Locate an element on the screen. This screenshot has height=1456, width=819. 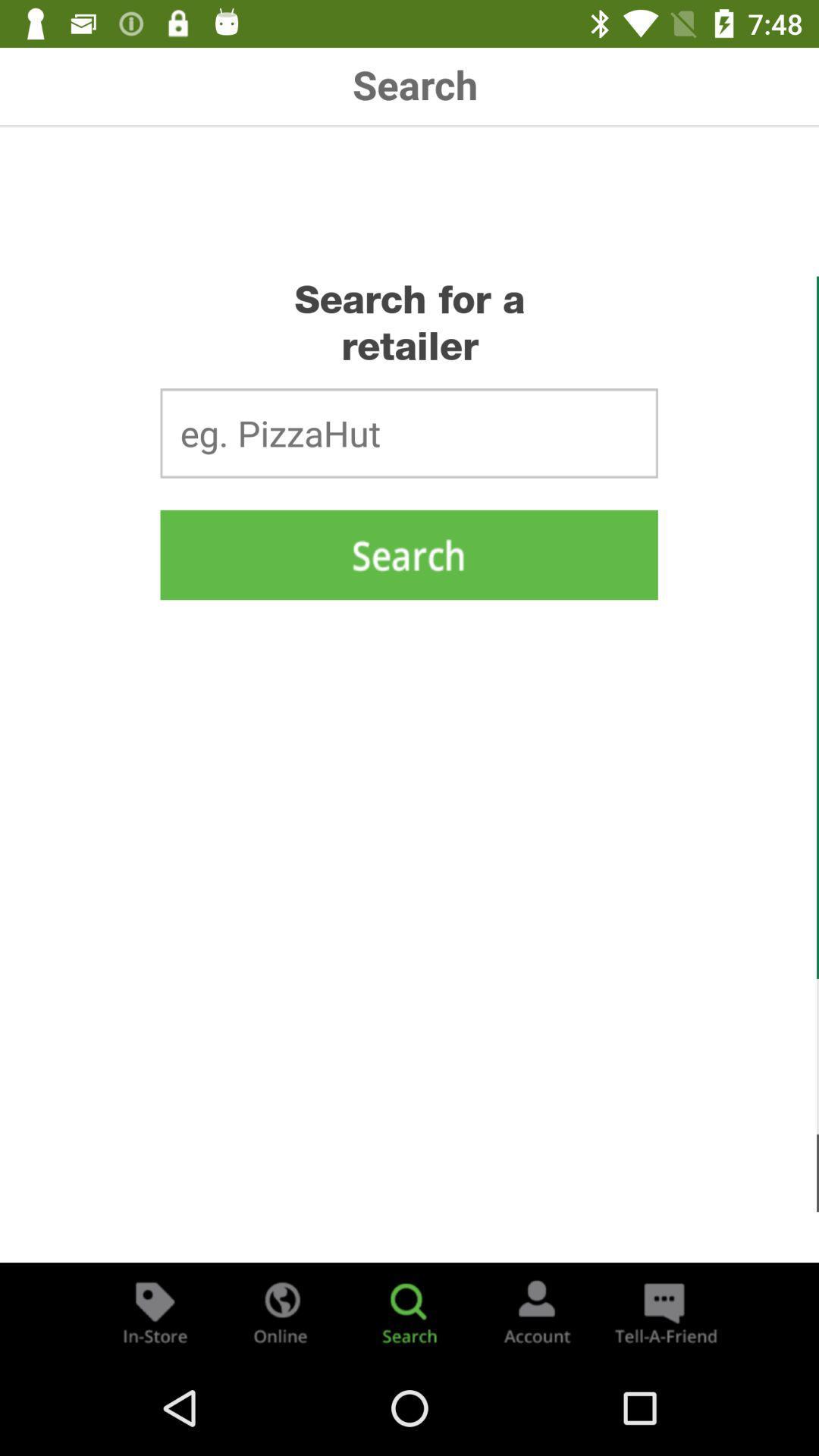
perform search is located at coordinates (408, 554).